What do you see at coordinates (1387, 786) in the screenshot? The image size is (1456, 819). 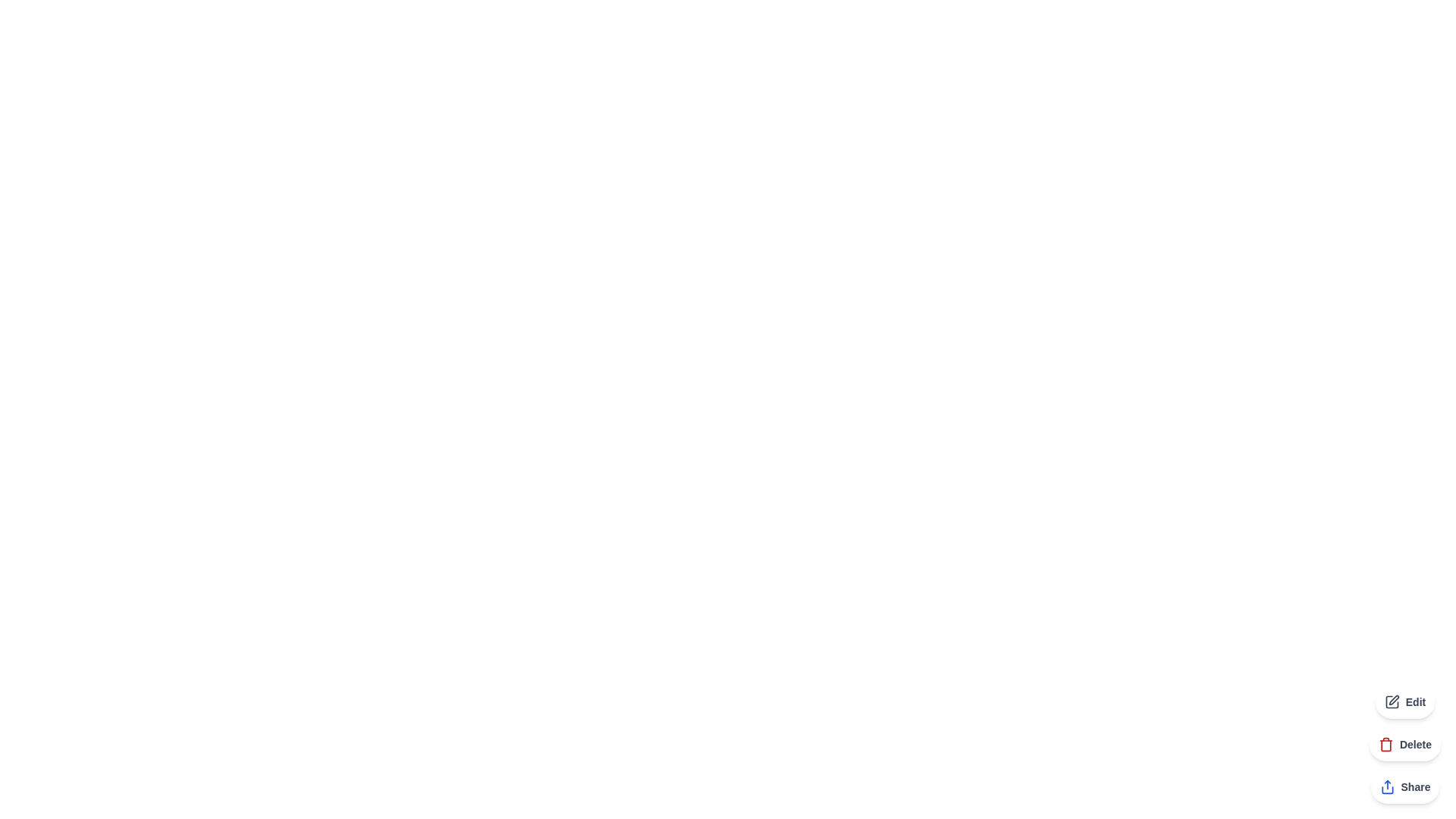 I see `the blue share icon, which features an upward arrow and is located to the left of the 'Share' text label in the button group at the bottom-right corner of the interface` at bounding box center [1387, 786].